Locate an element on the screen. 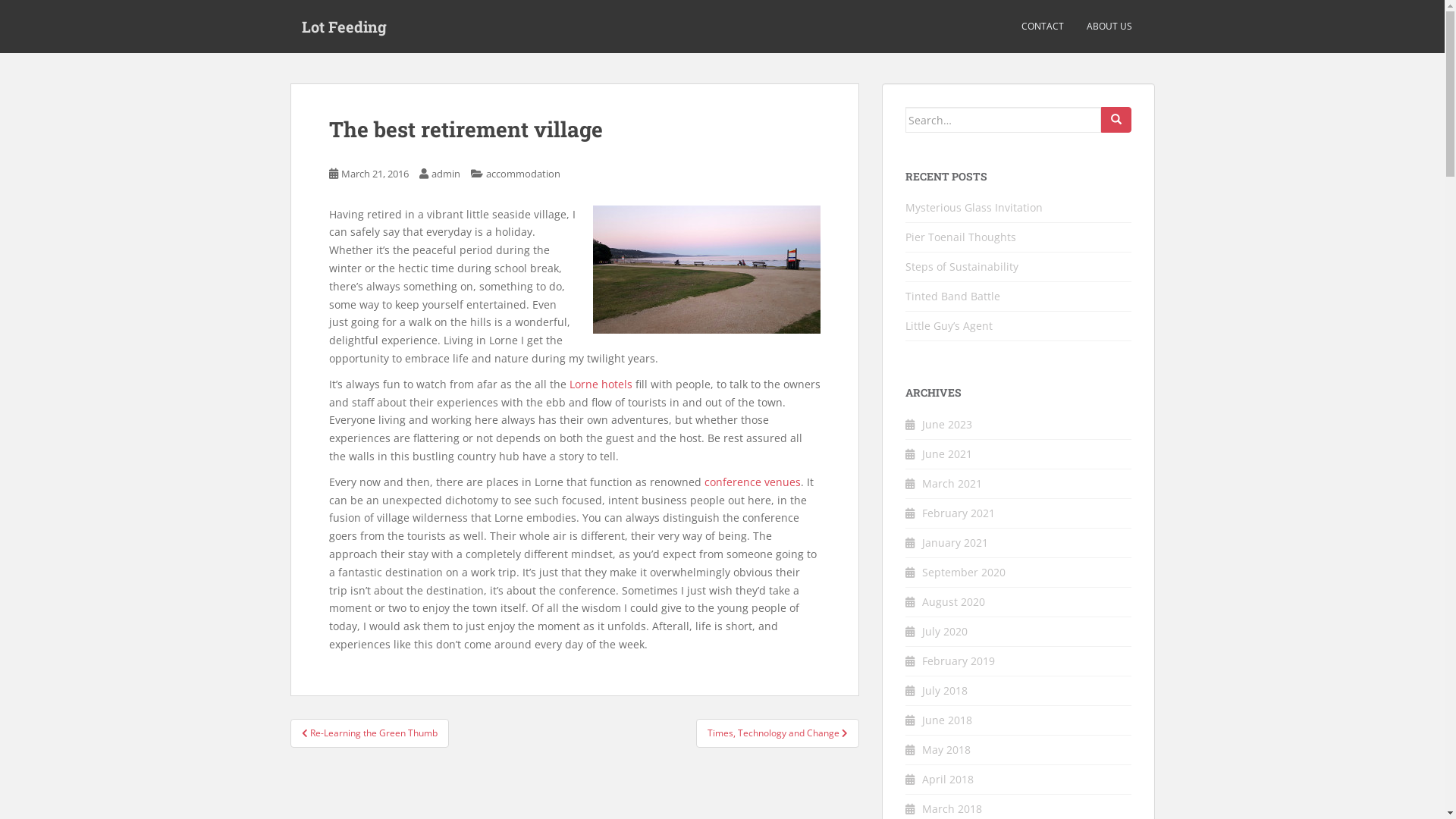  'February 2021' is located at coordinates (957, 512).